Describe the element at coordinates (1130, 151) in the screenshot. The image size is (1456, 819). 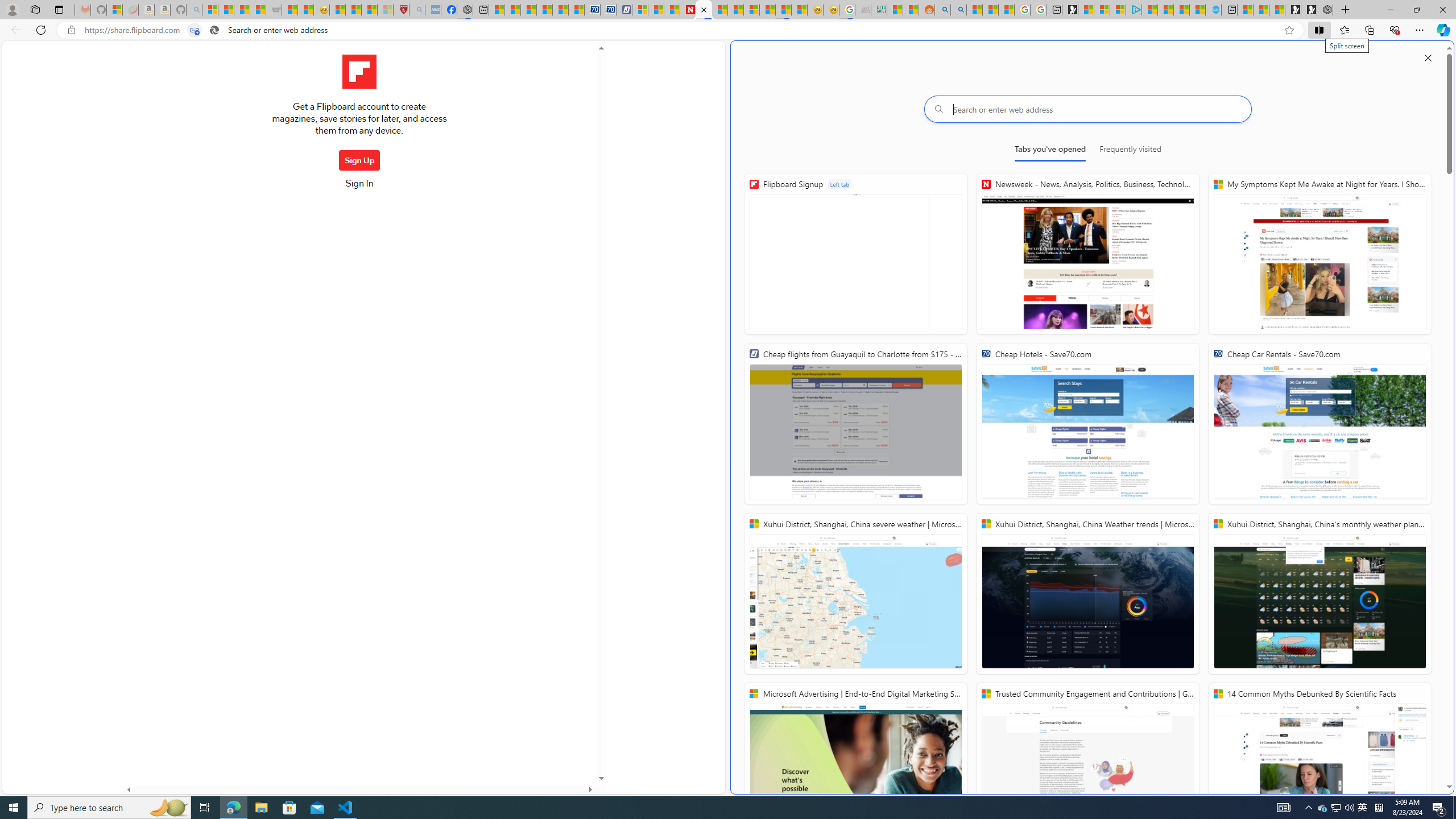
I see `'Frequently visited'` at that location.